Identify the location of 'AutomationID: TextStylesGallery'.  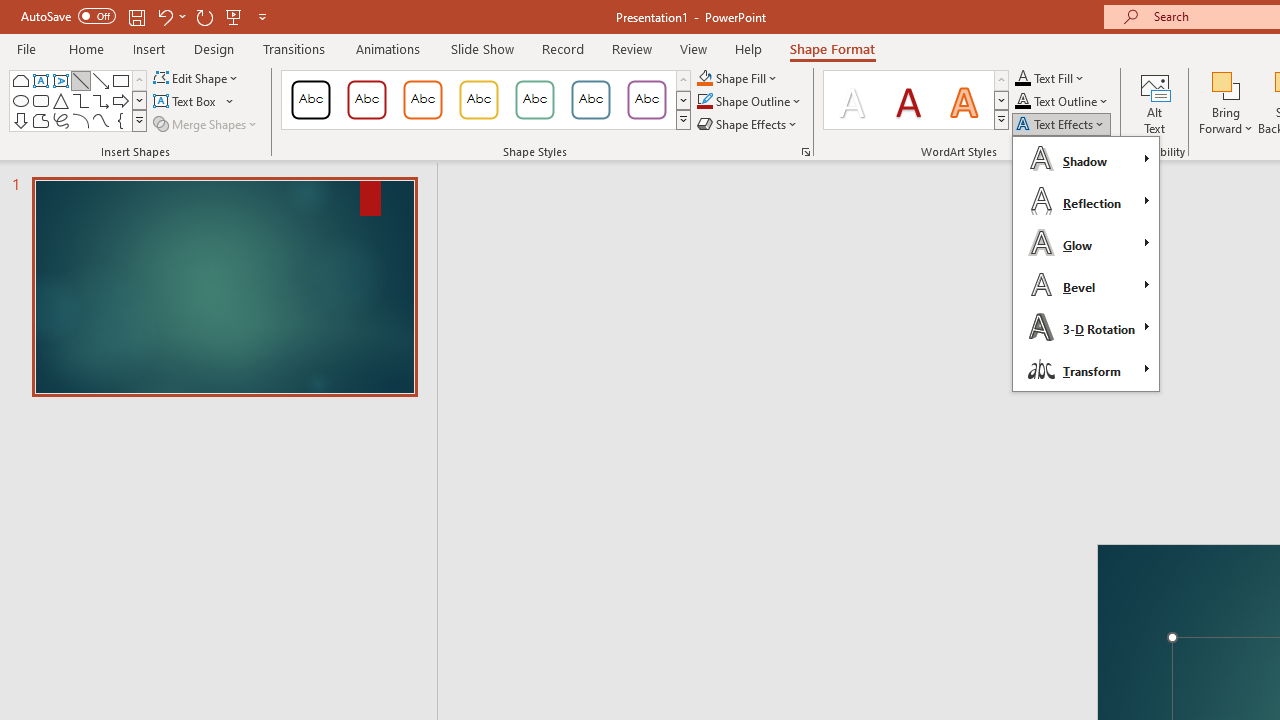
(916, 100).